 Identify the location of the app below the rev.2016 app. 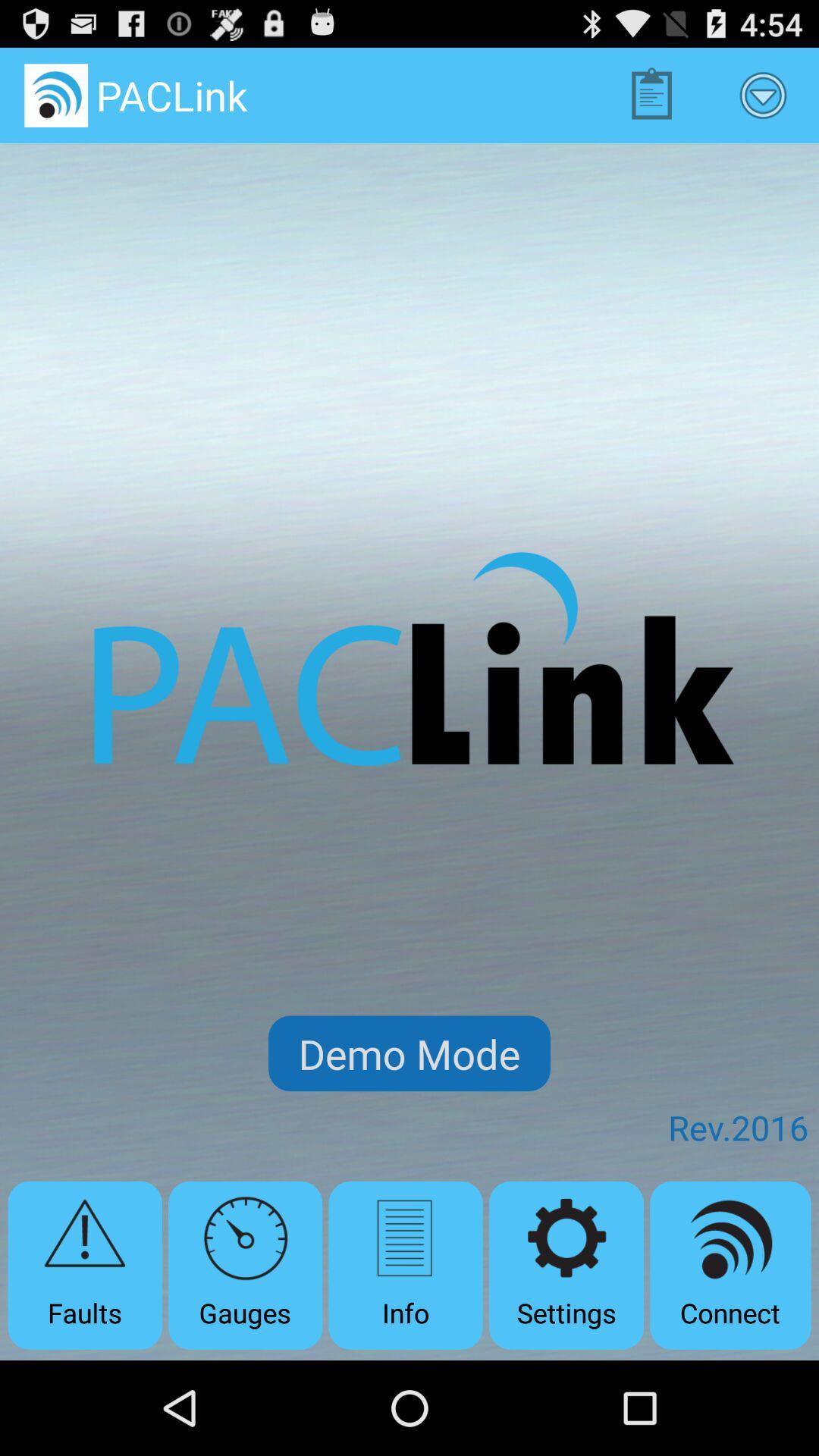
(730, 1265).